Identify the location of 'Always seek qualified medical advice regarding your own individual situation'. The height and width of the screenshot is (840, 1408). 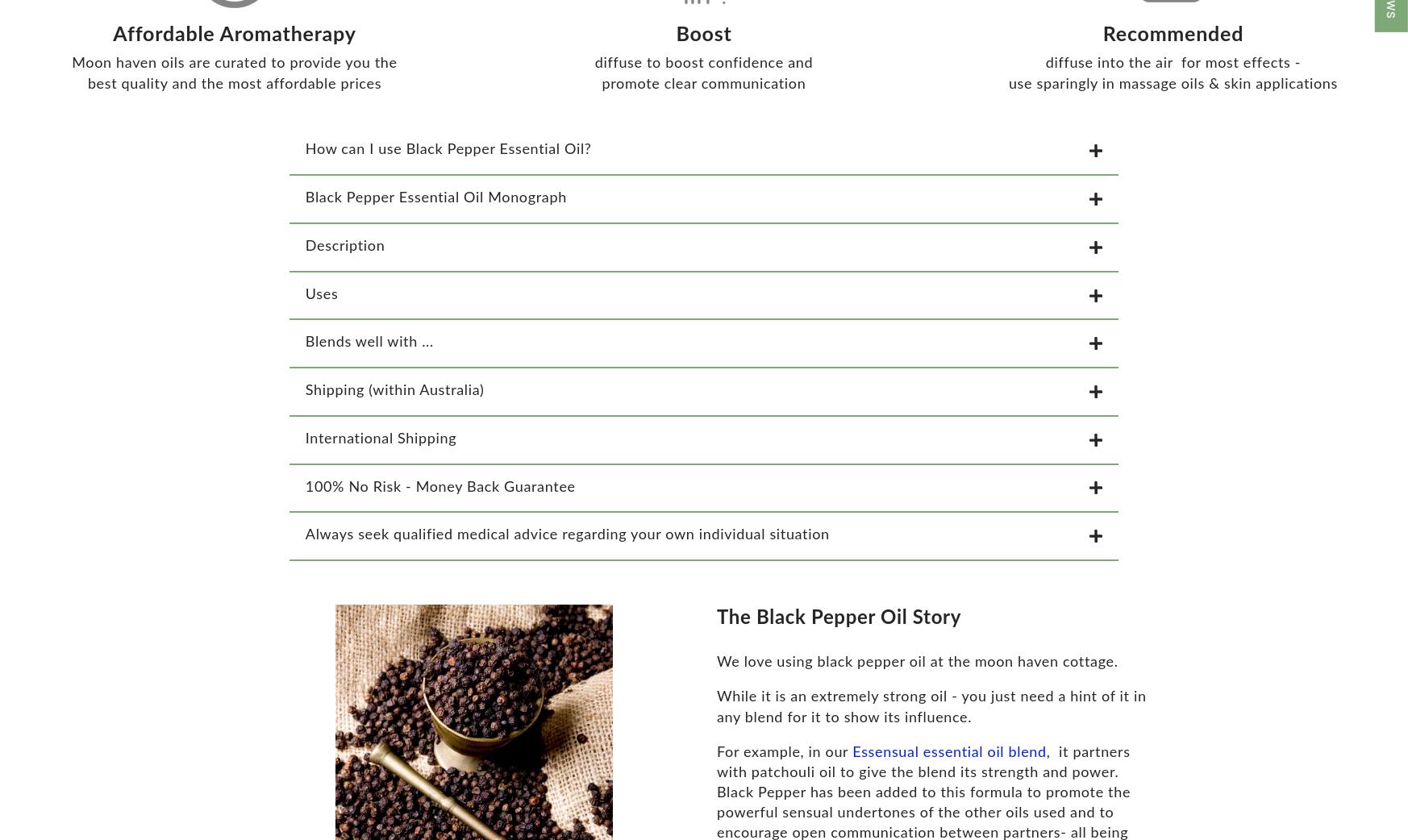
(565, 544).